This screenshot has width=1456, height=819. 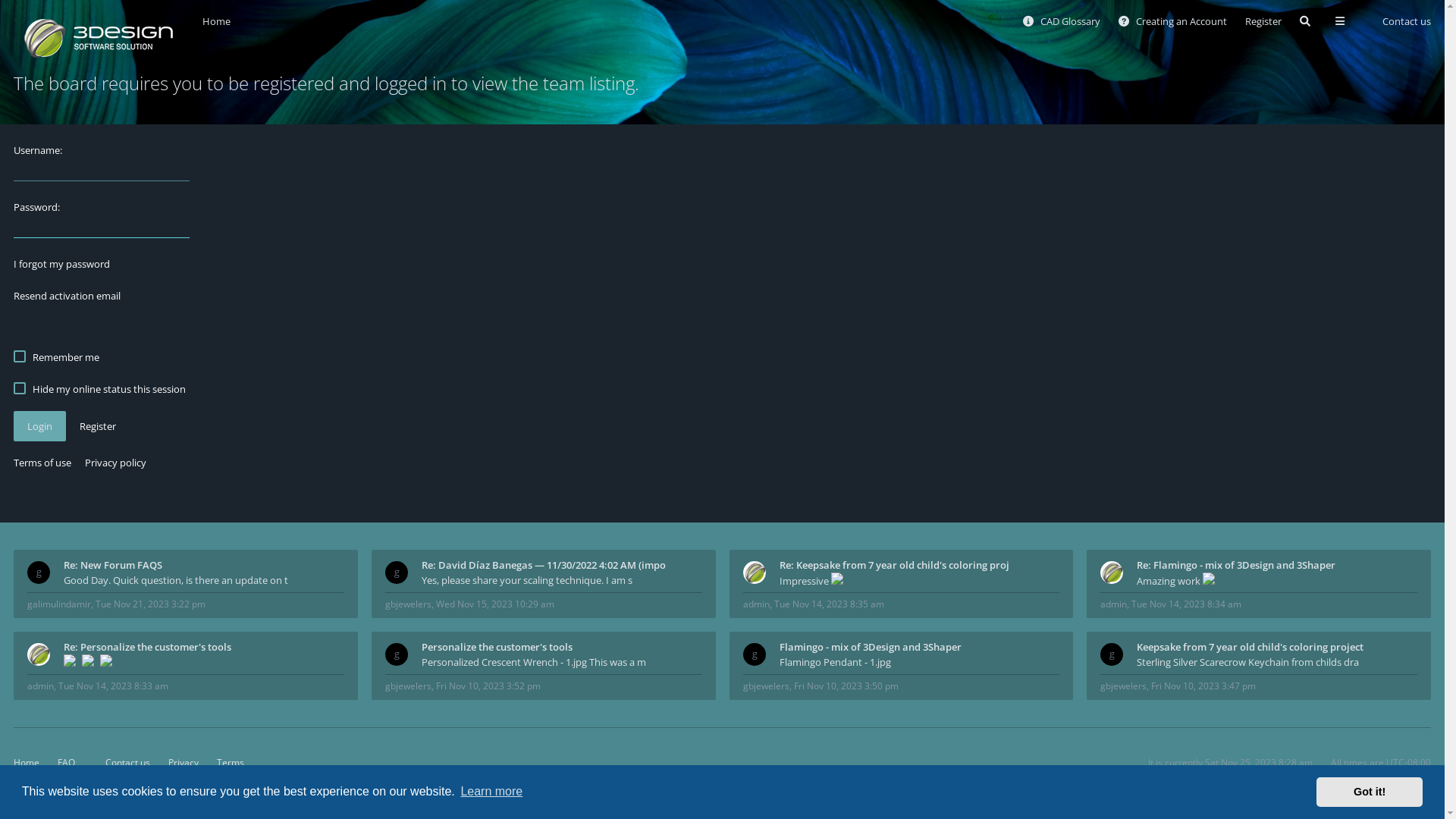 I want to click on 'Impressive', so click(x=779, y=580).